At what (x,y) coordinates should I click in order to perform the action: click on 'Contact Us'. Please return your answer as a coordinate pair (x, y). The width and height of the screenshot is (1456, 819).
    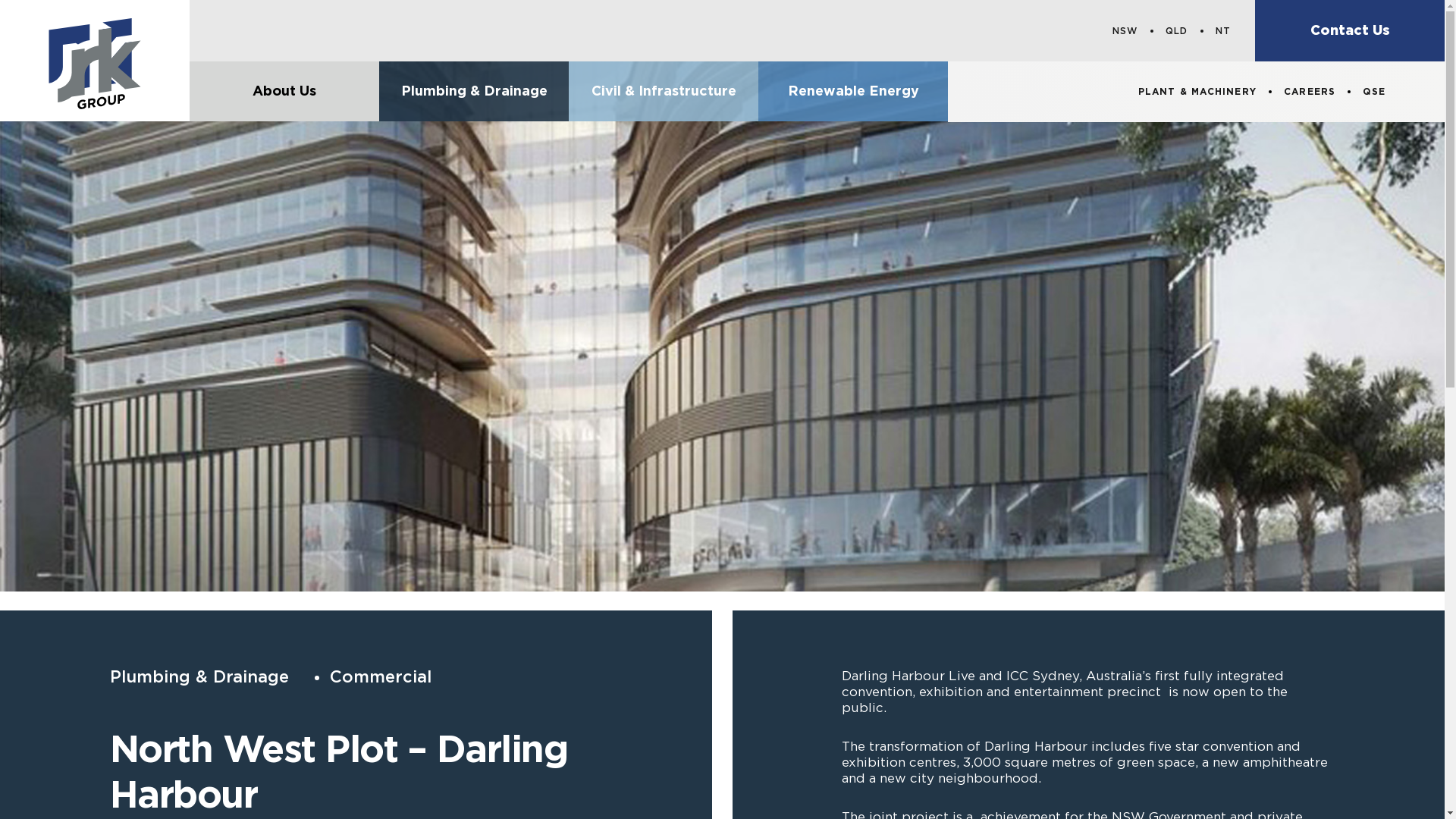
    Looking at the image, I should click on (1350, 30).